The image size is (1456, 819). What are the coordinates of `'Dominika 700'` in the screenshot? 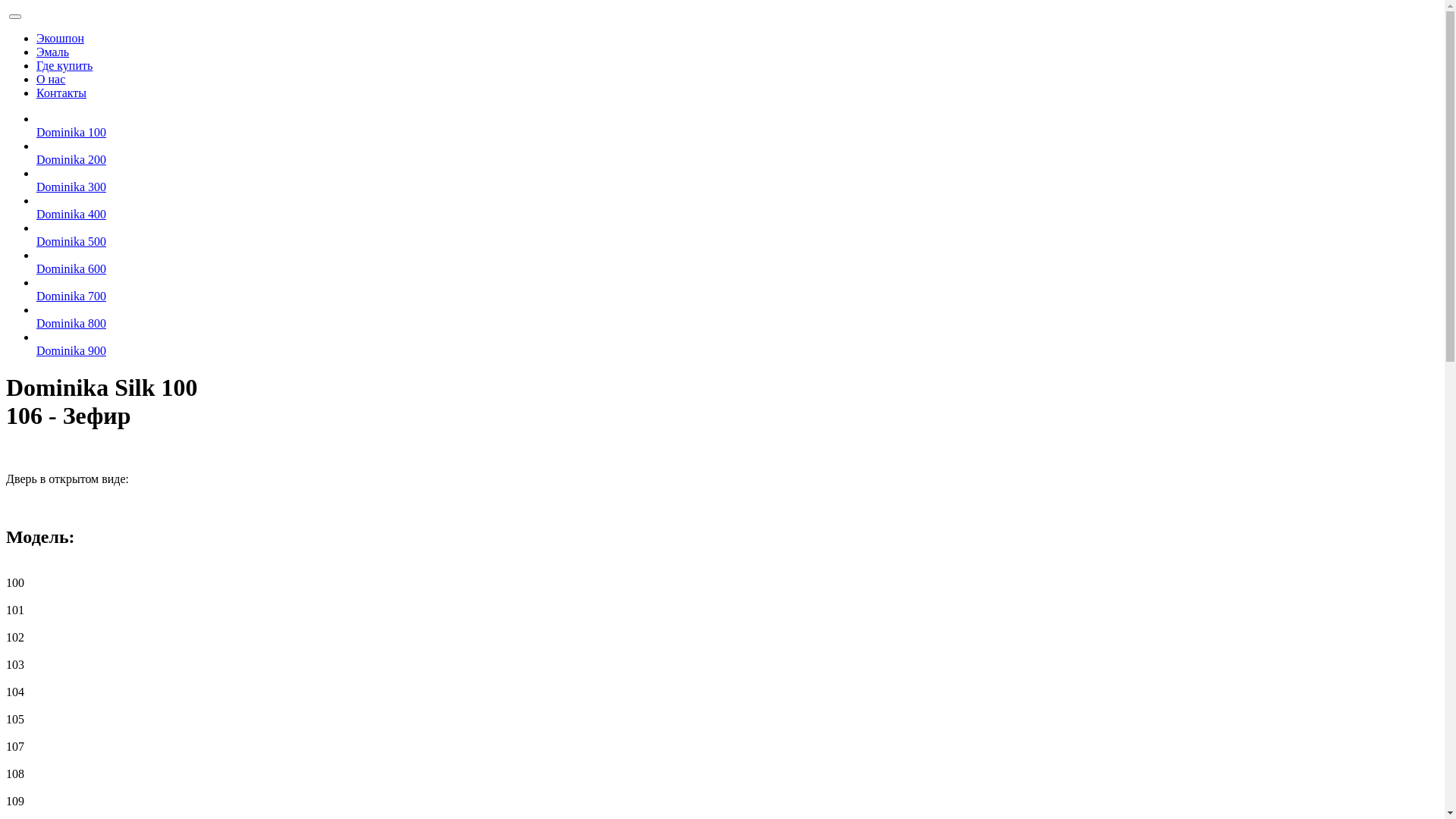 It's located at (71, 296).